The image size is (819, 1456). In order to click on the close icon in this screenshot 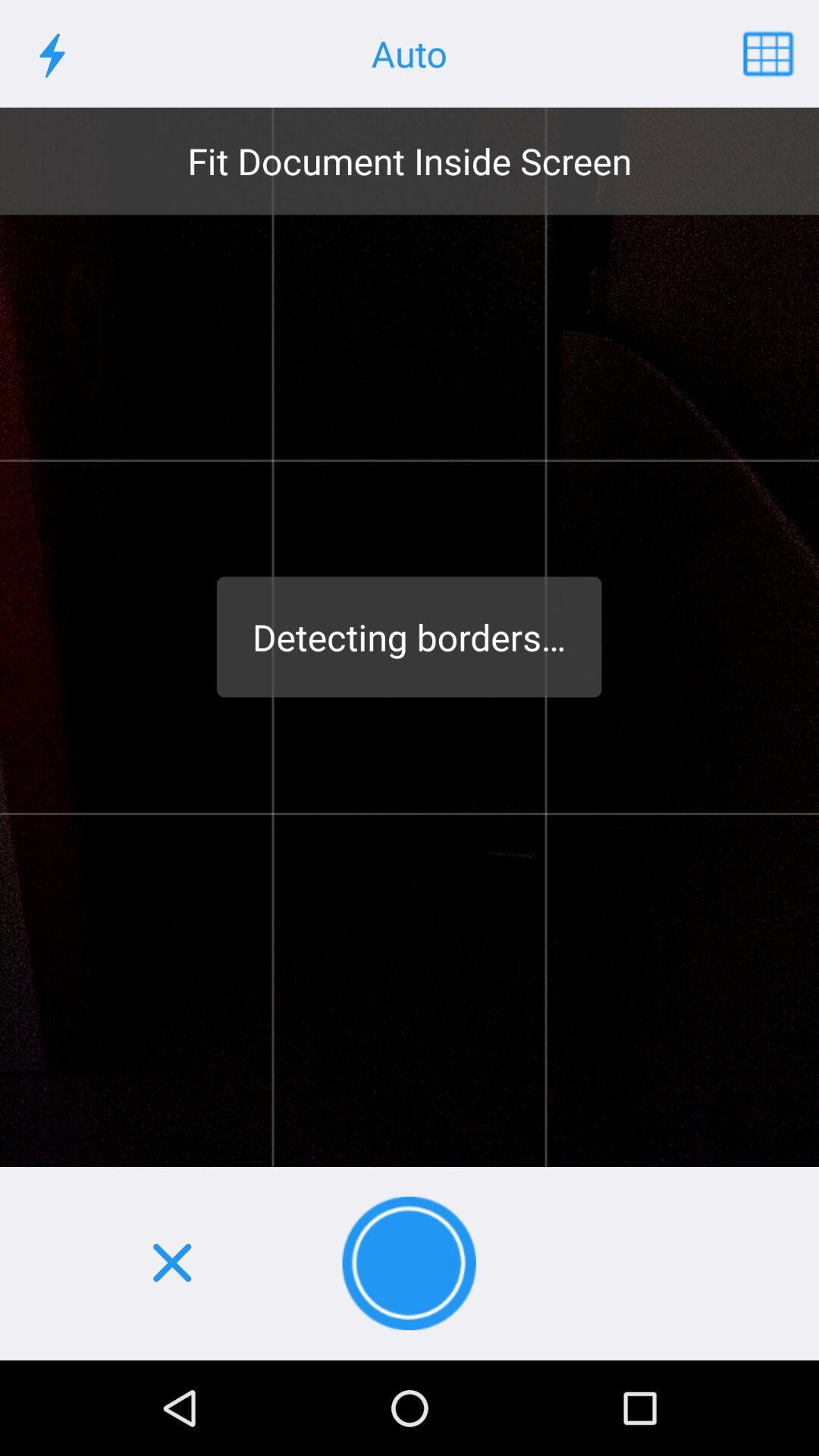, I will do `click(171, 1263)`.